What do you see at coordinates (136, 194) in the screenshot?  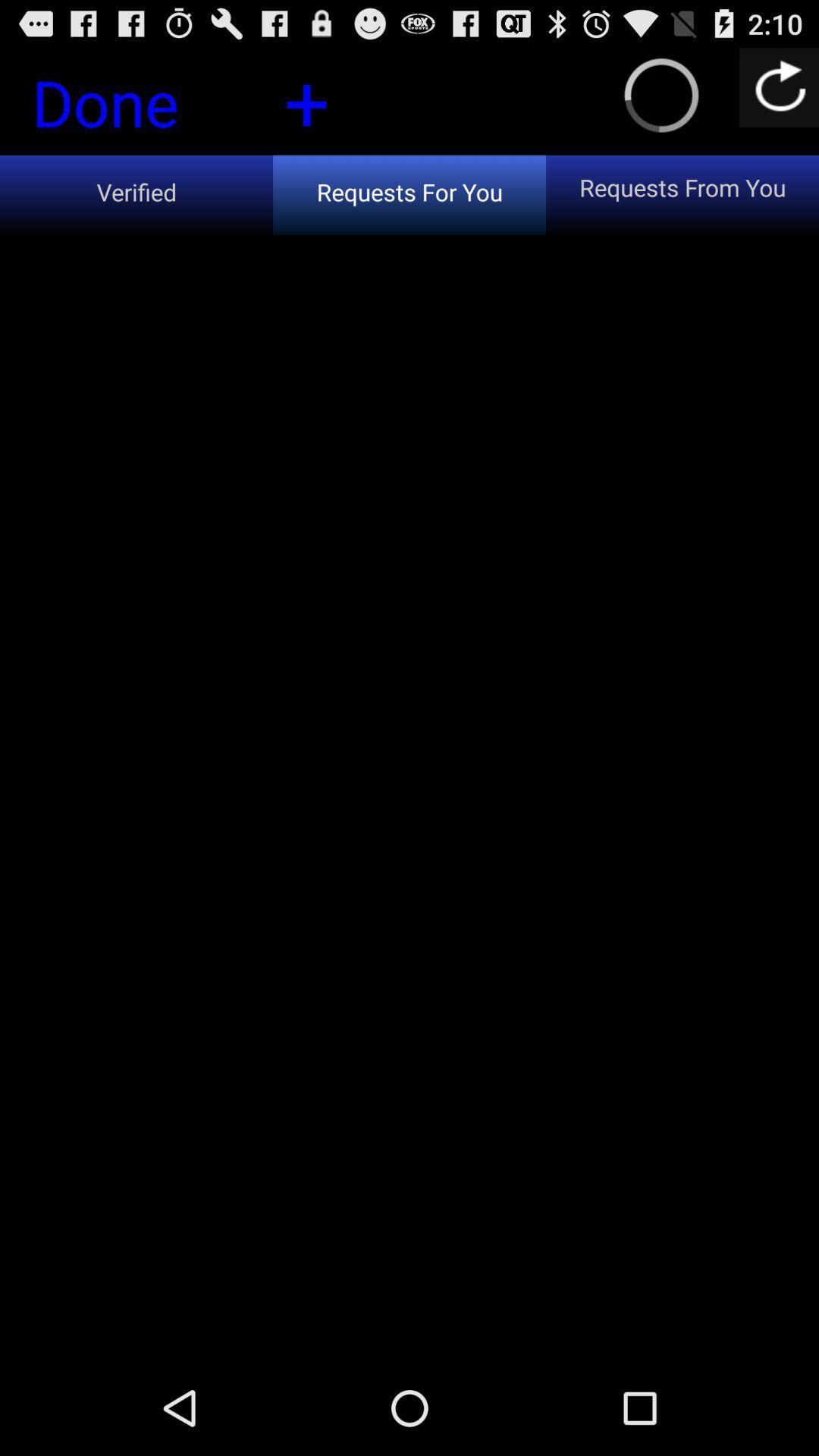 I see `the item next to the requests for you icon` at bounding box center [136, 194].